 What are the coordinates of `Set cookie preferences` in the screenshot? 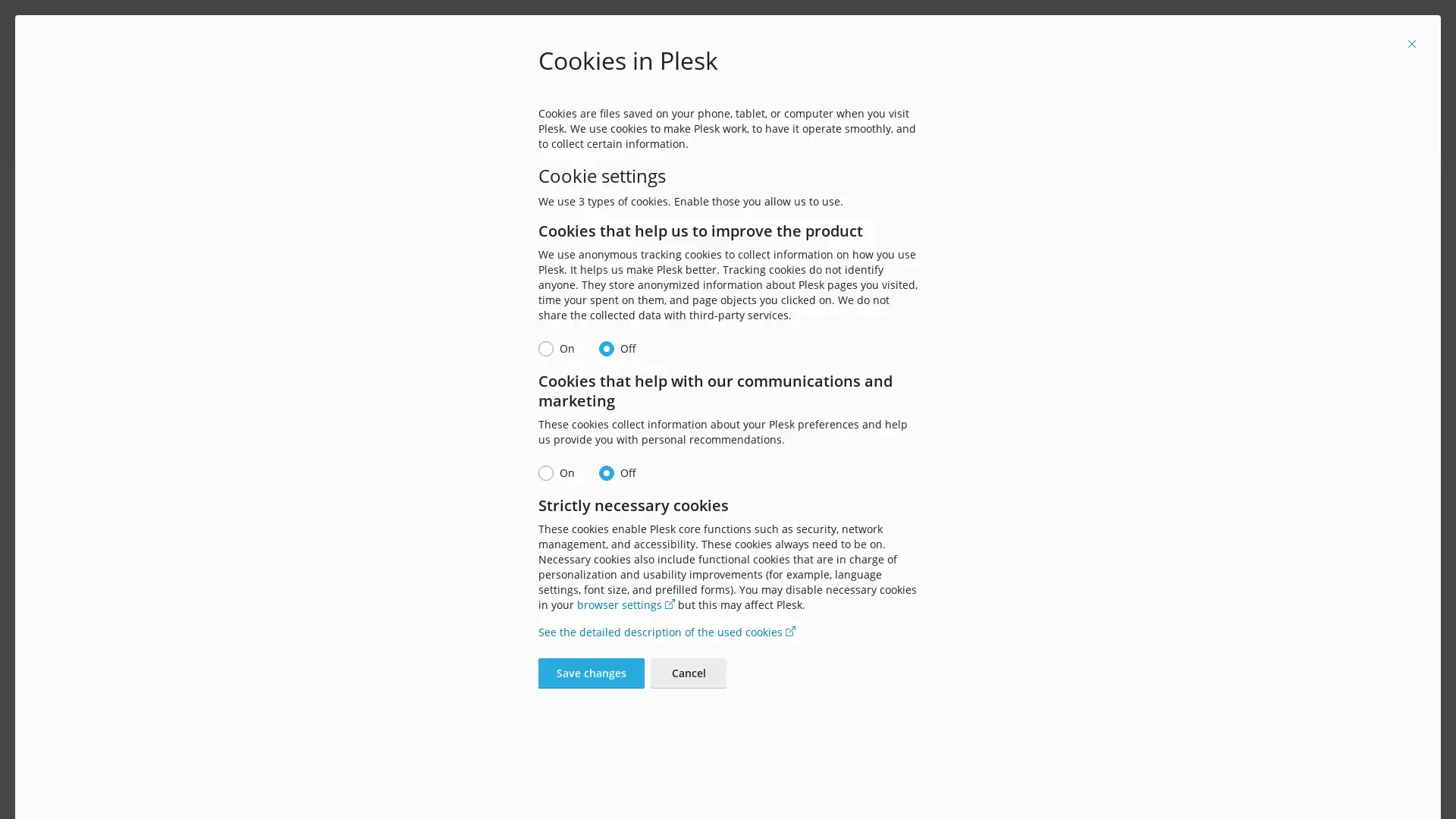 It's located at (833, 130).